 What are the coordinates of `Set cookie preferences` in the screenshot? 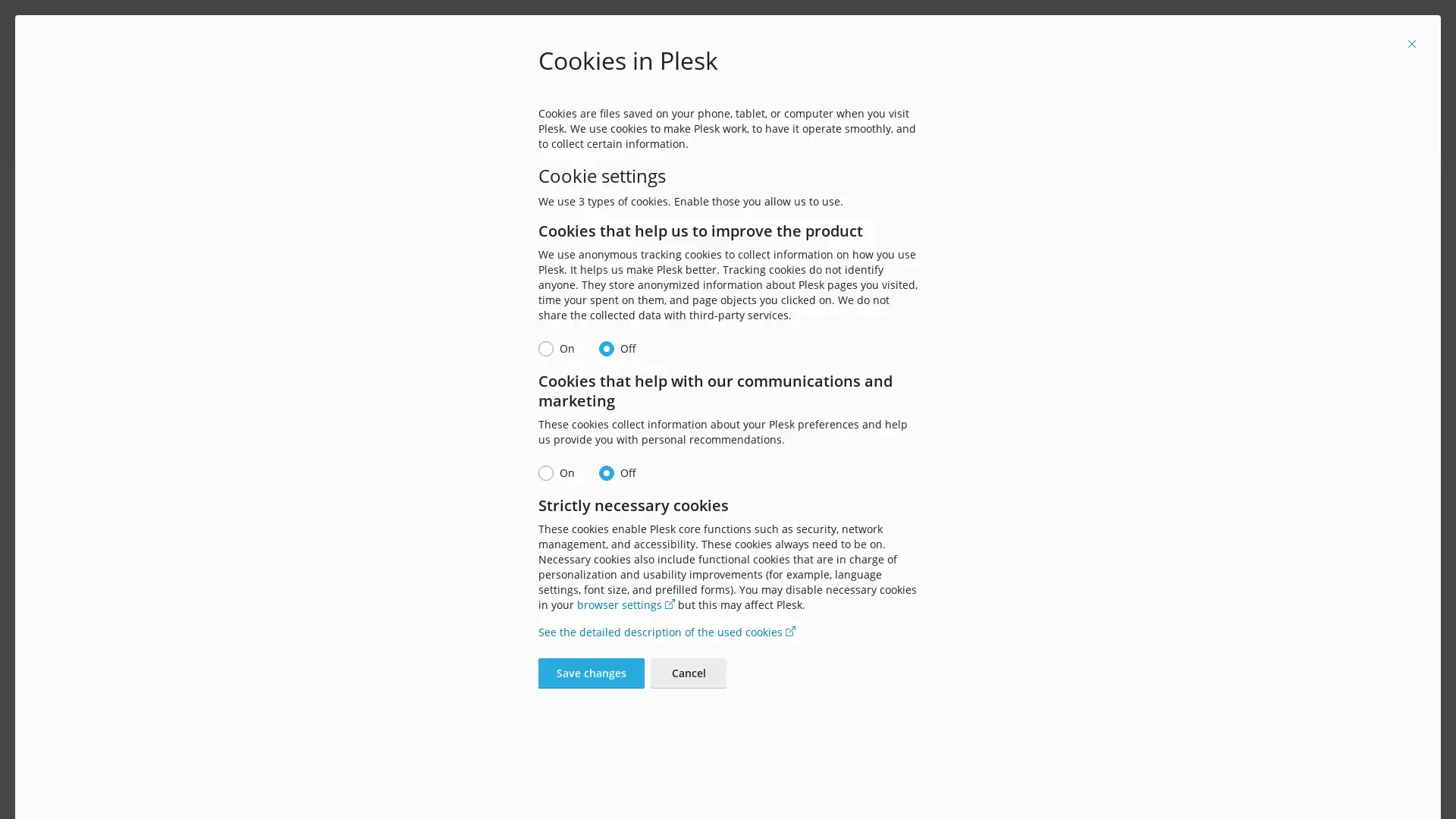 It's located at (833, 130).